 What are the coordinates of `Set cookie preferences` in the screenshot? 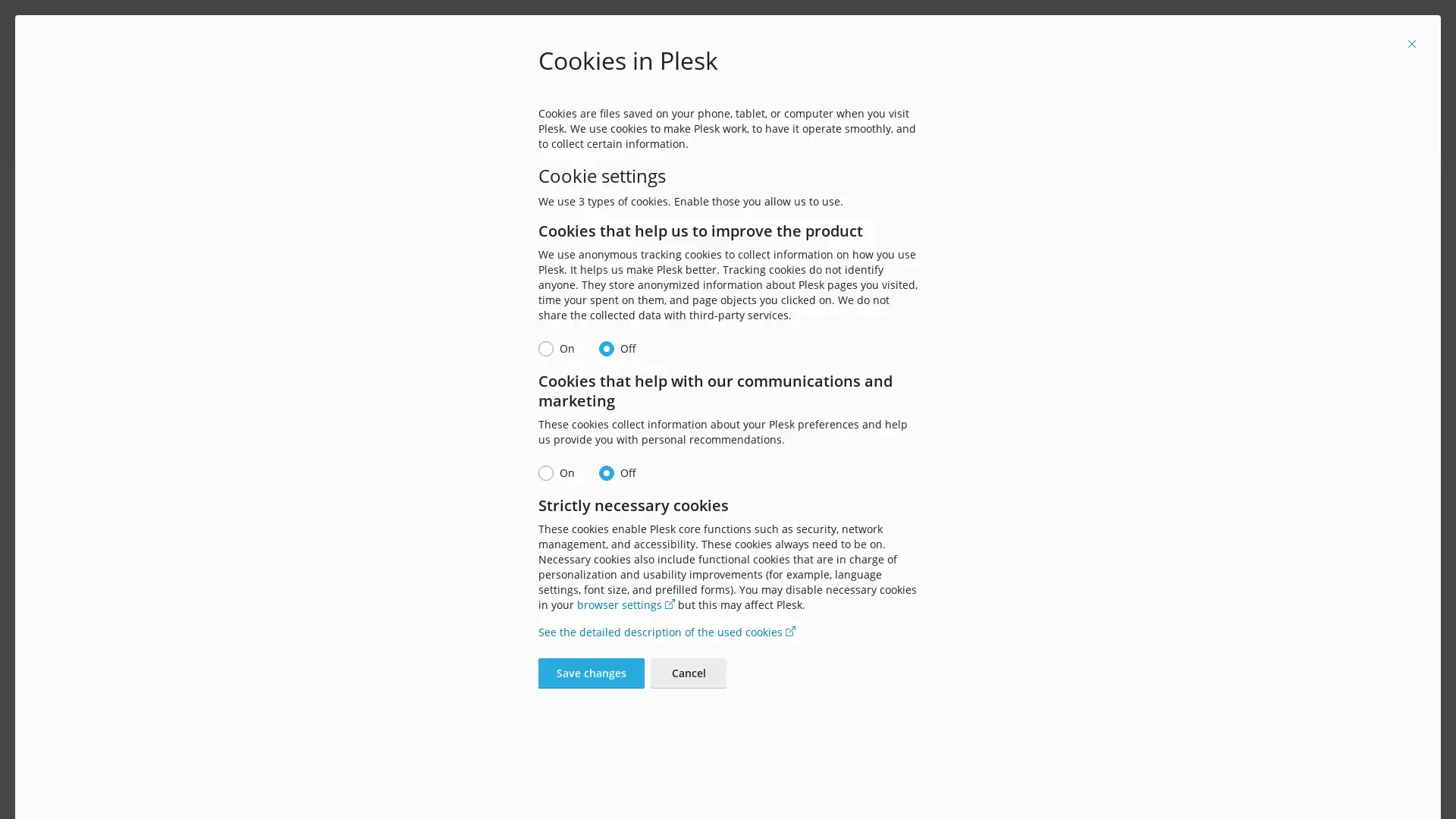 It's located at (833, 130).